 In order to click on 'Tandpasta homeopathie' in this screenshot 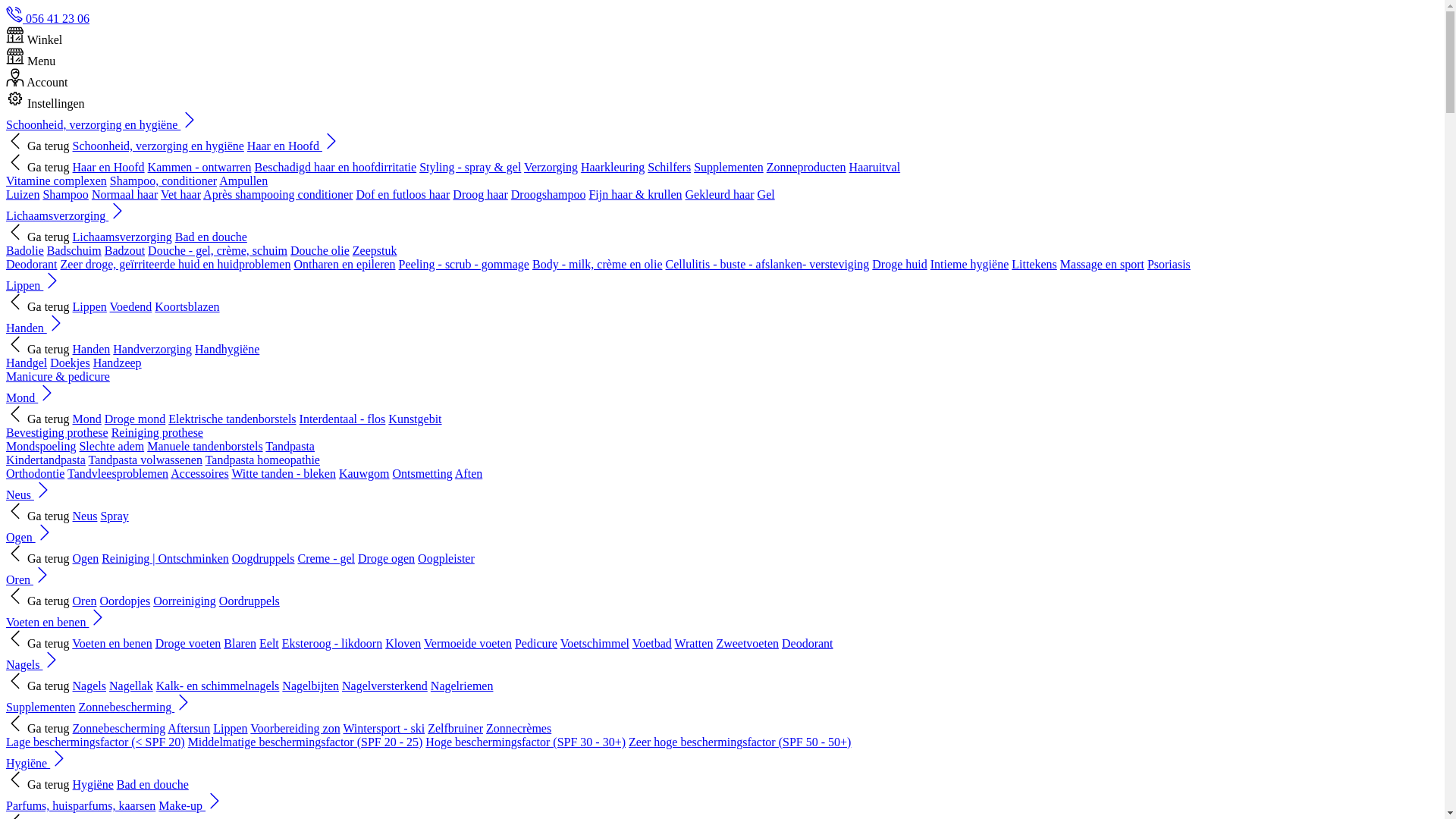, I will do `click(262, 459)`.